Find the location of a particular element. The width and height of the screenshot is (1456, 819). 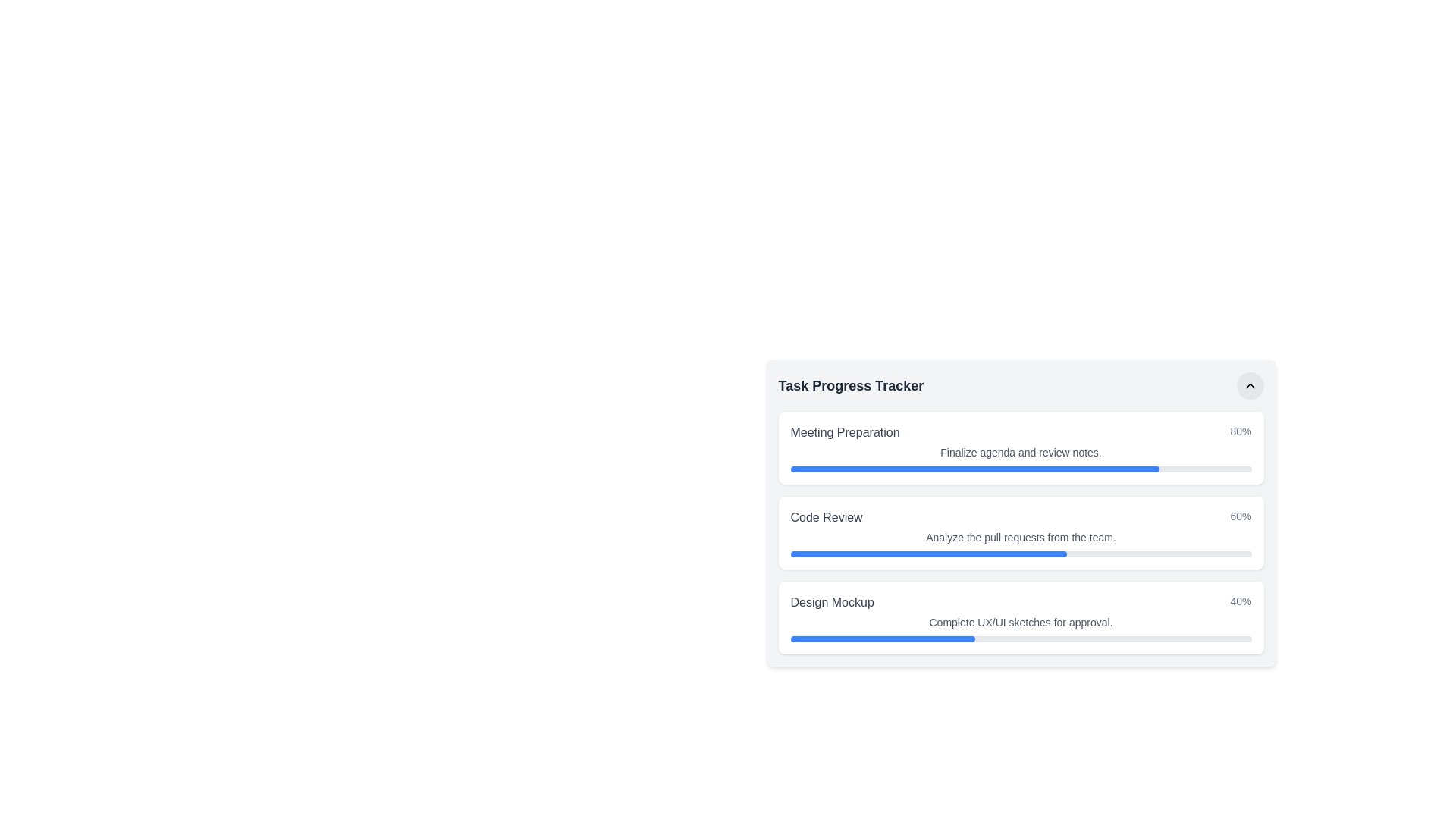

the chevron-up icon button located in the top-right corner of the 'Task Progress Tracker' card to trigger a tooltip is located at coordinates (1250, 385).